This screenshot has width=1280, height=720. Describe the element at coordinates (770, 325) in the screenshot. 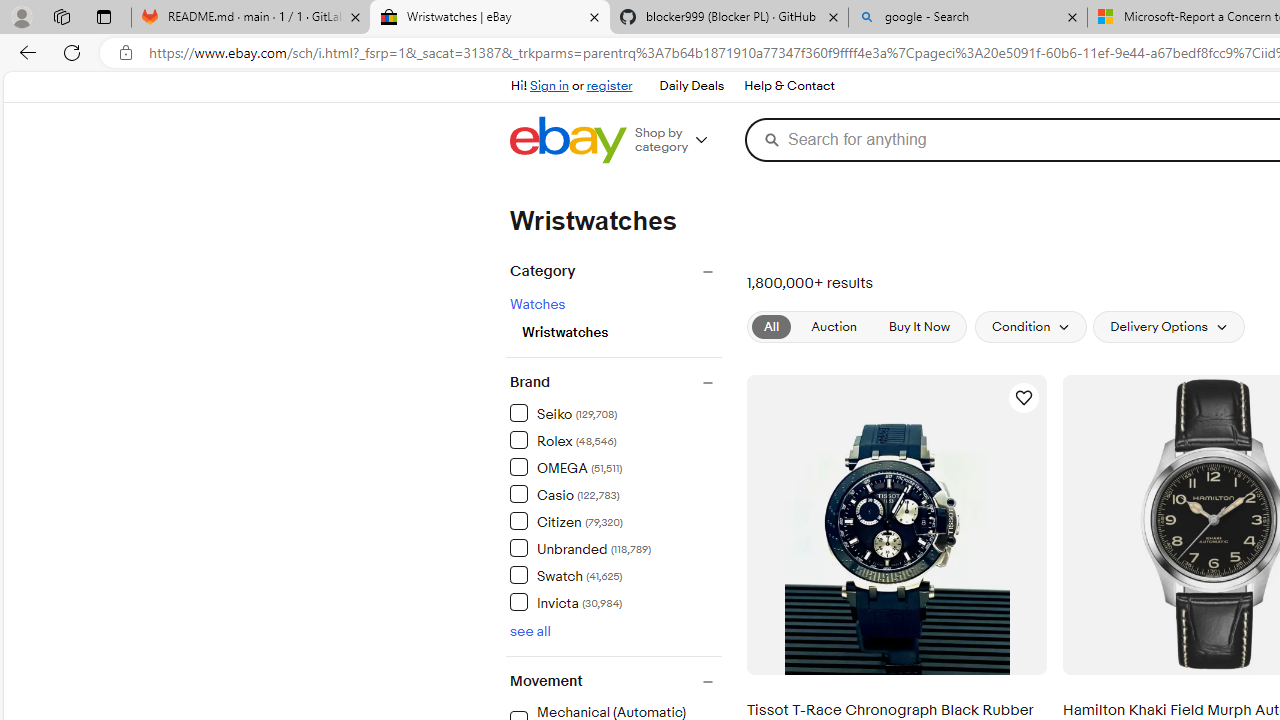

I see `'All'` at that location.